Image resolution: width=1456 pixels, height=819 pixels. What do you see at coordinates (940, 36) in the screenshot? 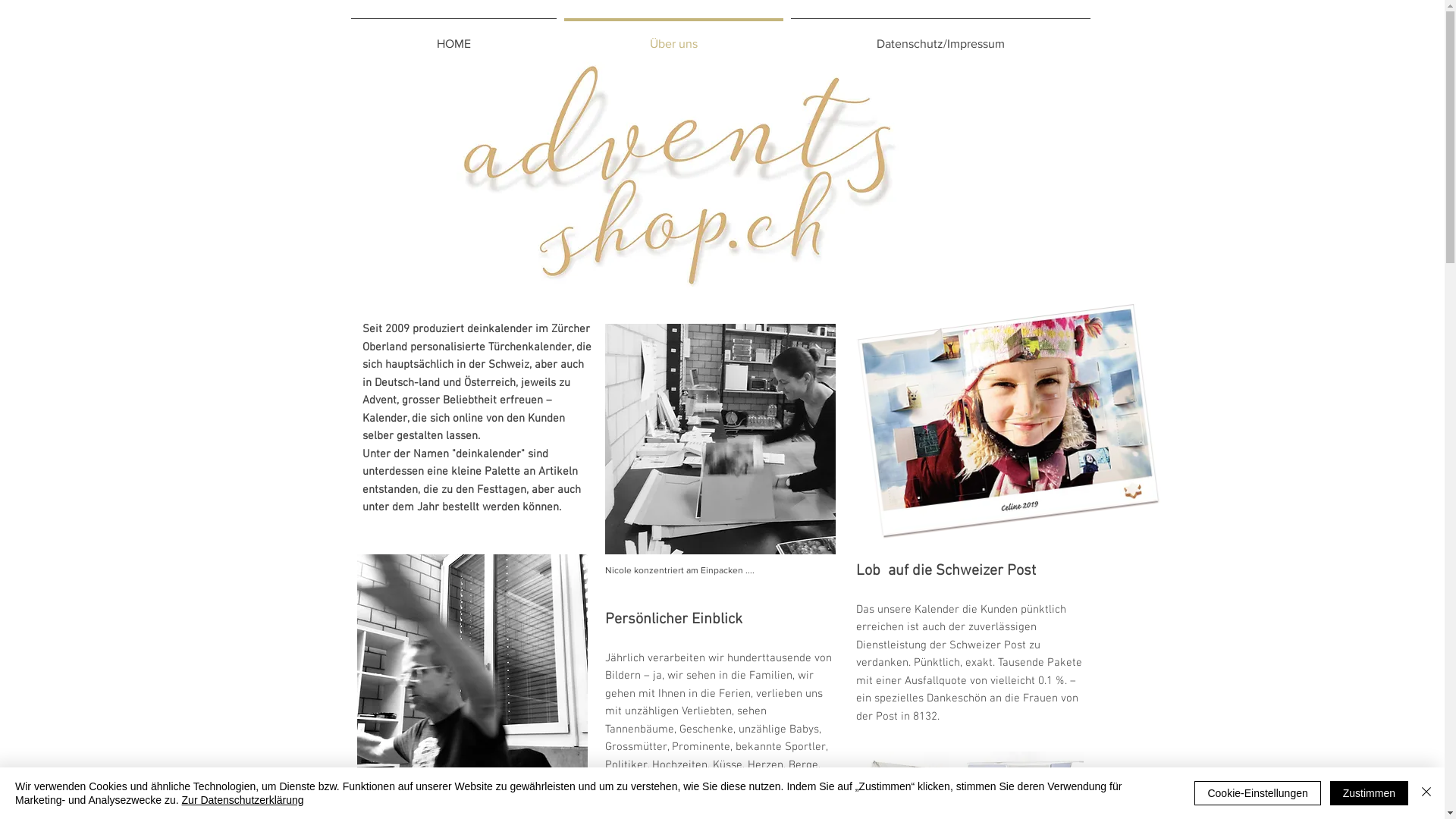
I see `'Datenschutz/Impressum'` at bounding box center [940, 36].